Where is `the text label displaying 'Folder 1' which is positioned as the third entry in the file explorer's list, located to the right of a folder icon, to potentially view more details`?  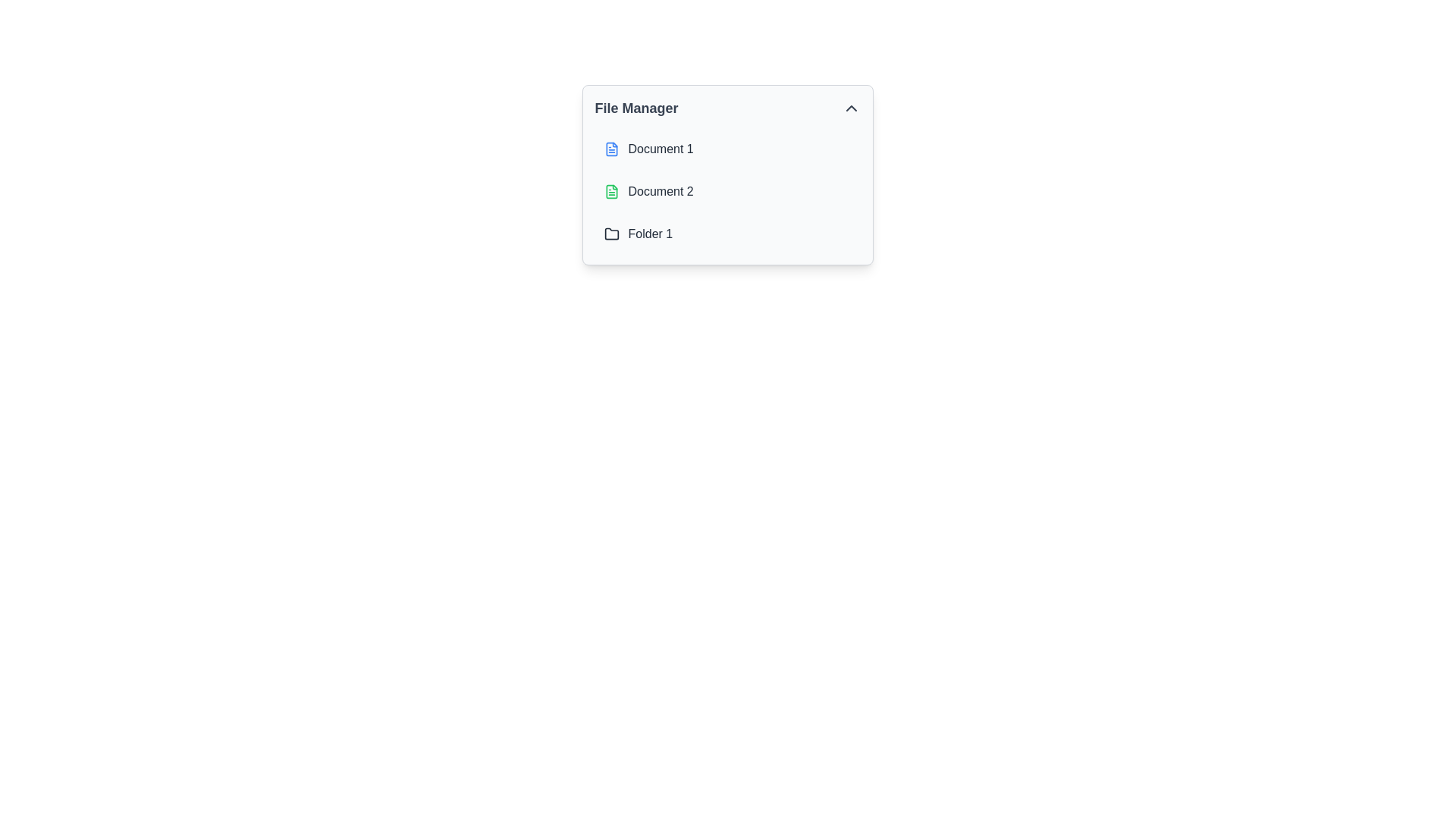 the text label displaying 'Folder 1' which is positioned as the third entry in the file explorer's list, located to the right of a folder icon, to potentially view more details is located at coordinates (650, 234).